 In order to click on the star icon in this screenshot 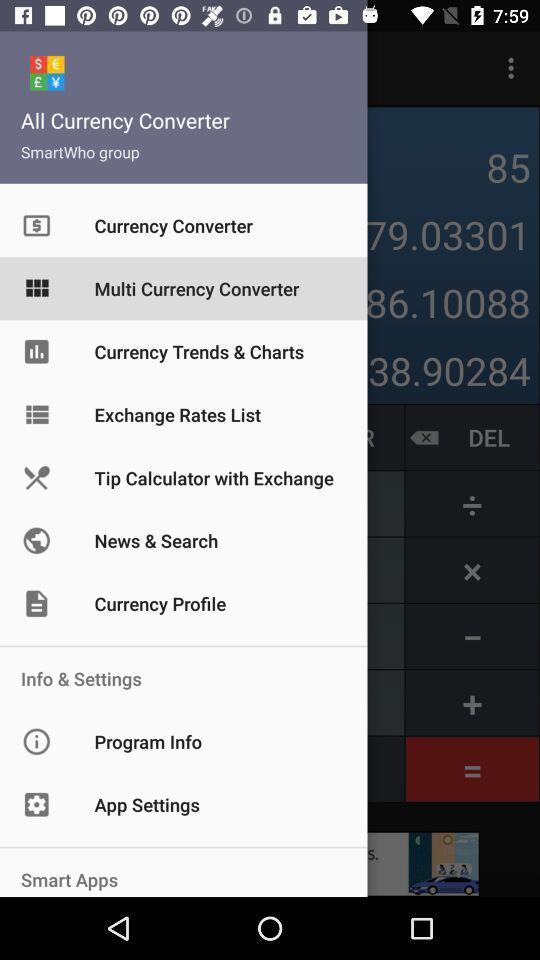, I will do `click(18, 166)`.